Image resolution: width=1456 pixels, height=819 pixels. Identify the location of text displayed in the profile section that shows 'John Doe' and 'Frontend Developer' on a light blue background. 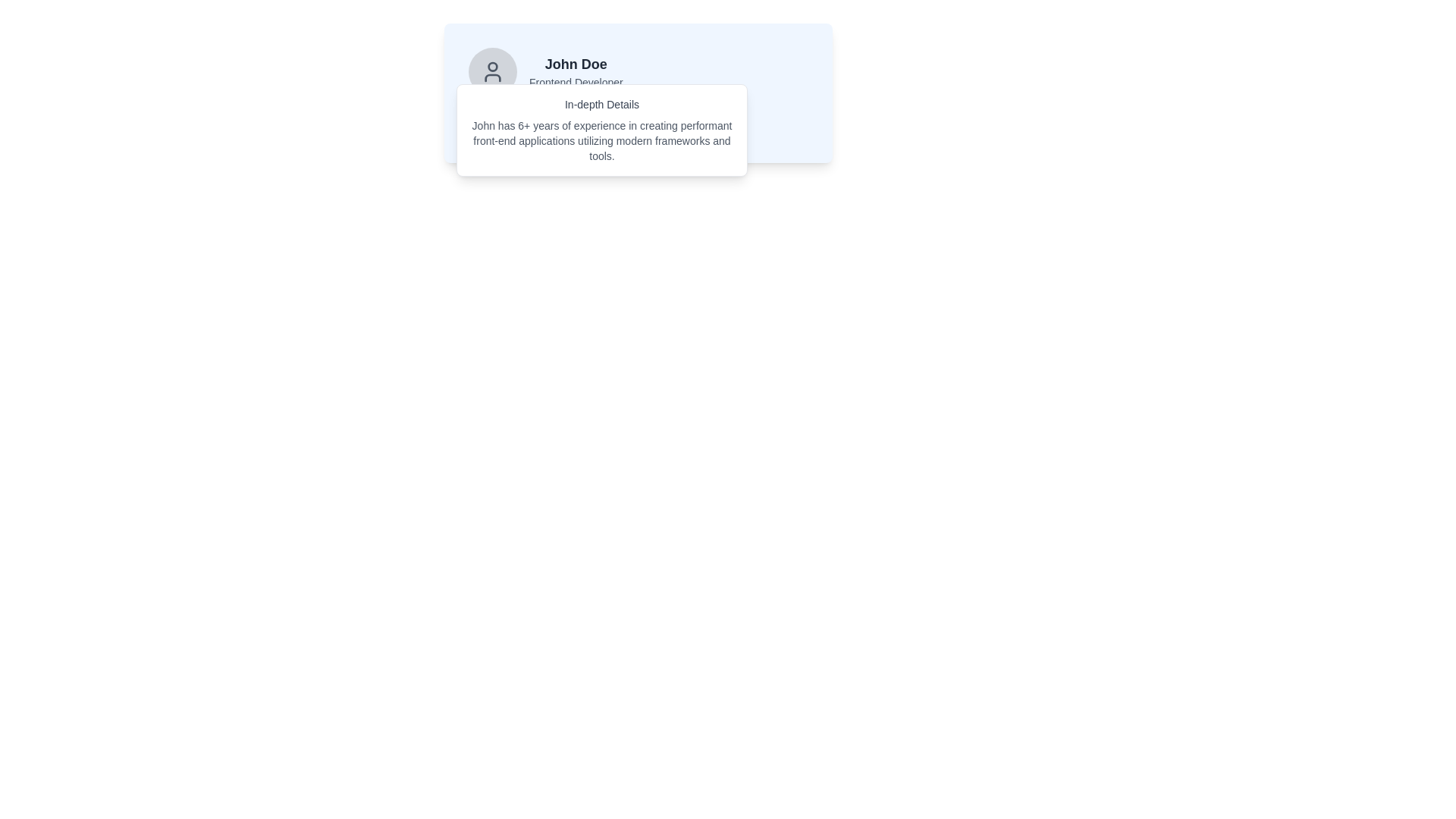
(575, 72).